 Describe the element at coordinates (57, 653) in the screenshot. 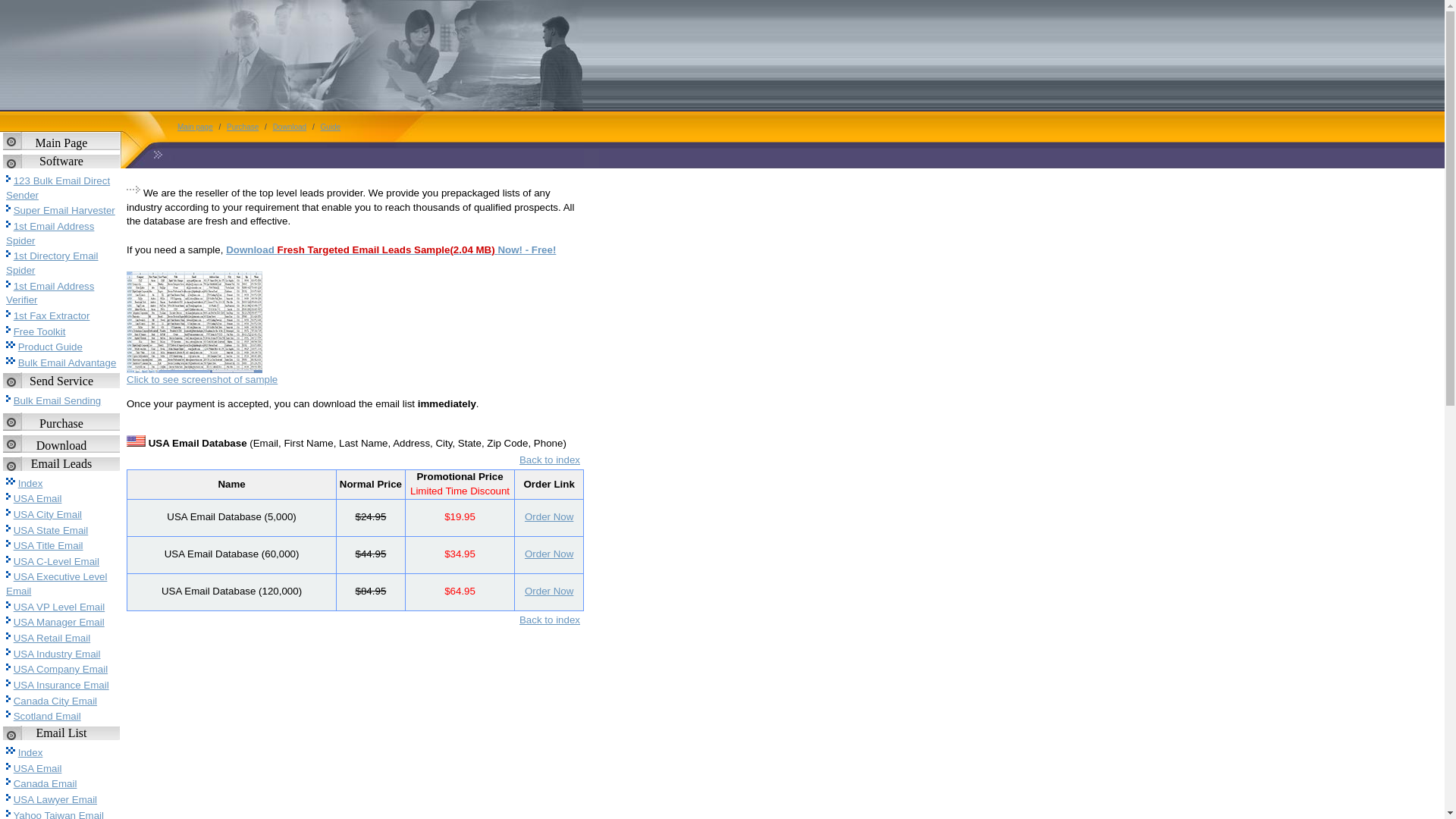

I see `'USA Industry Email'` at that location.